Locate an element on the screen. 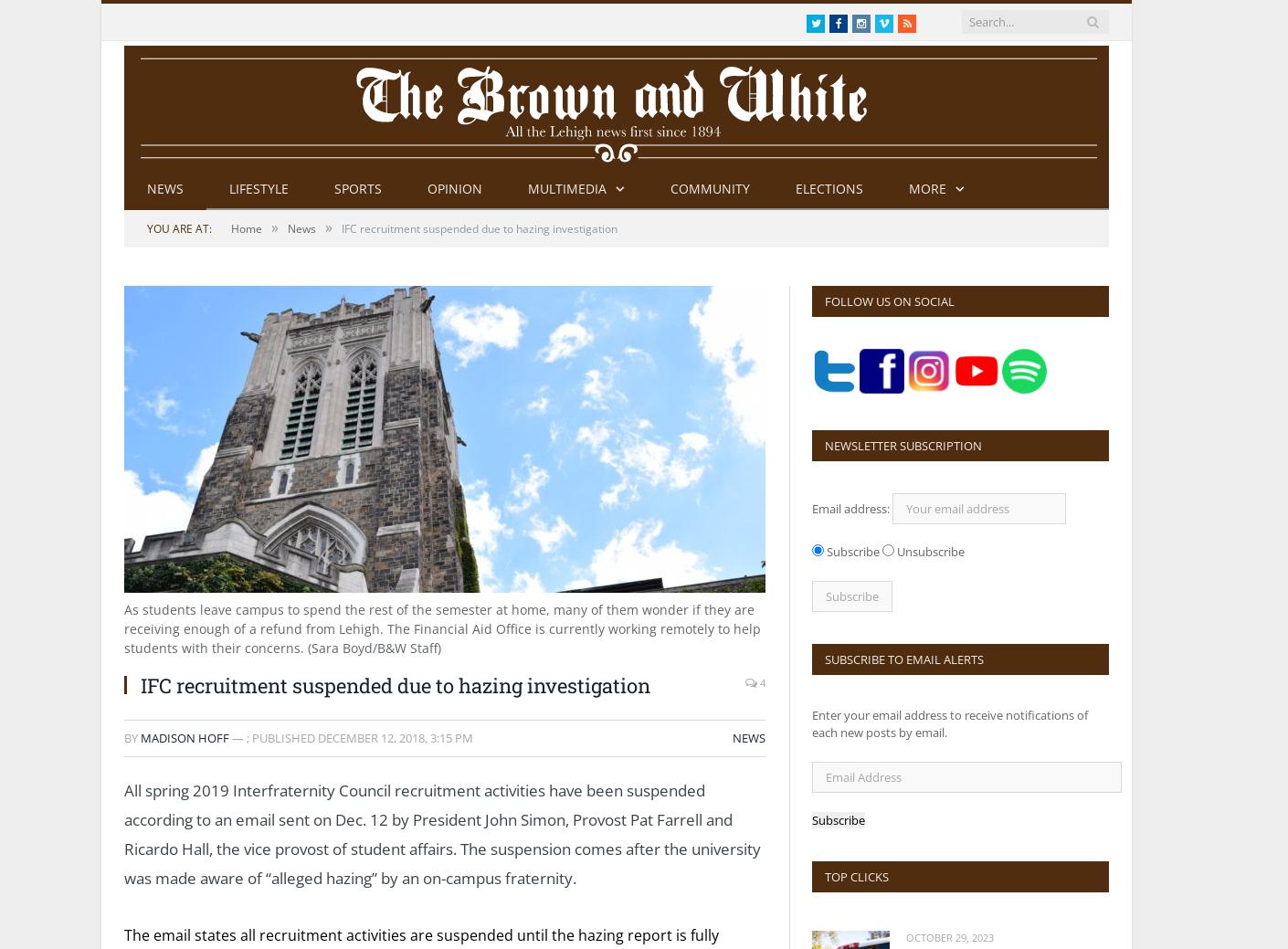 Image resolution: width=1288 pixels, height=949 pixels. 'By' is located at coordinates (131, 735).